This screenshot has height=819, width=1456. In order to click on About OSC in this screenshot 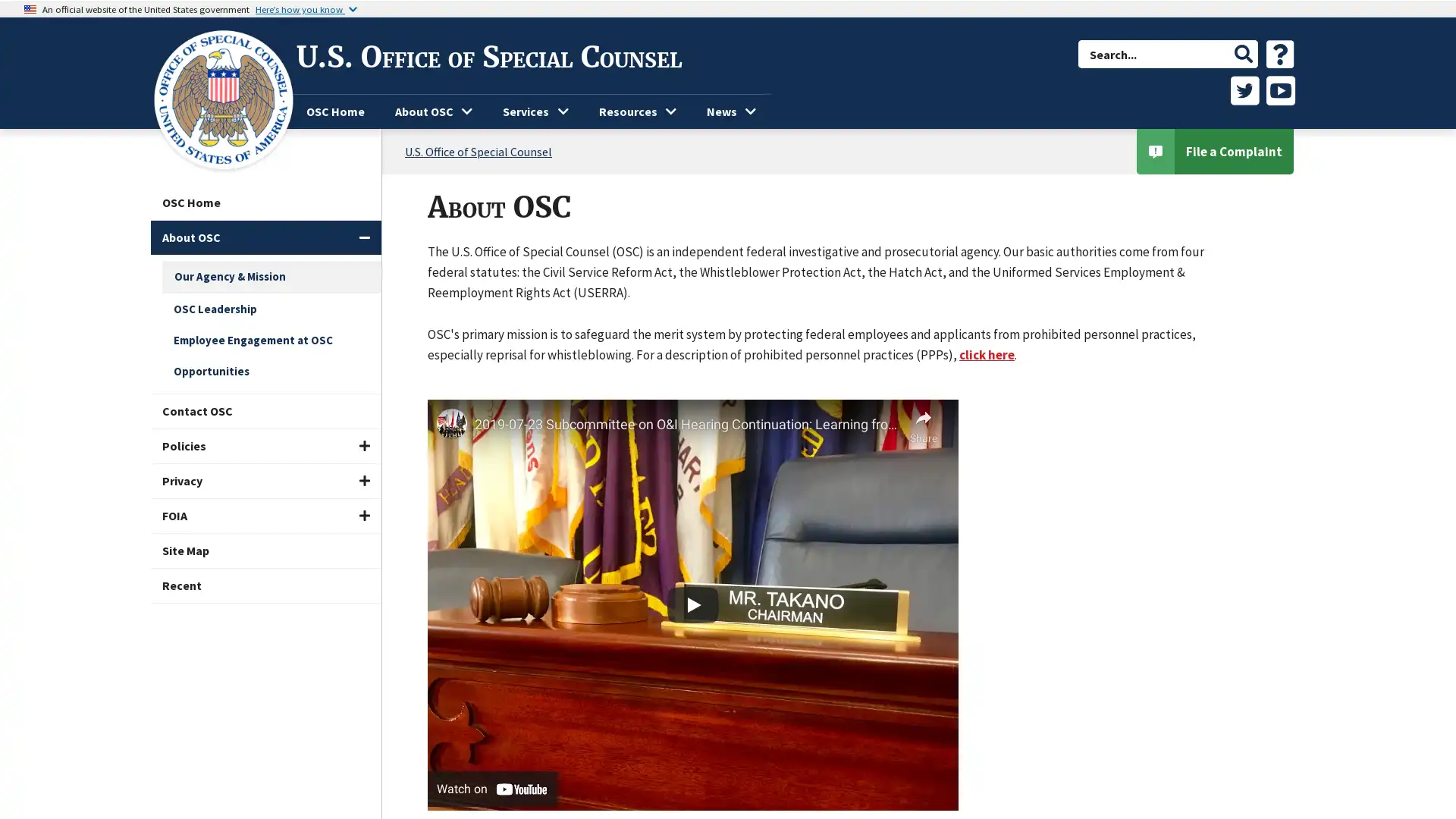, I will do `click(432, 111)`.